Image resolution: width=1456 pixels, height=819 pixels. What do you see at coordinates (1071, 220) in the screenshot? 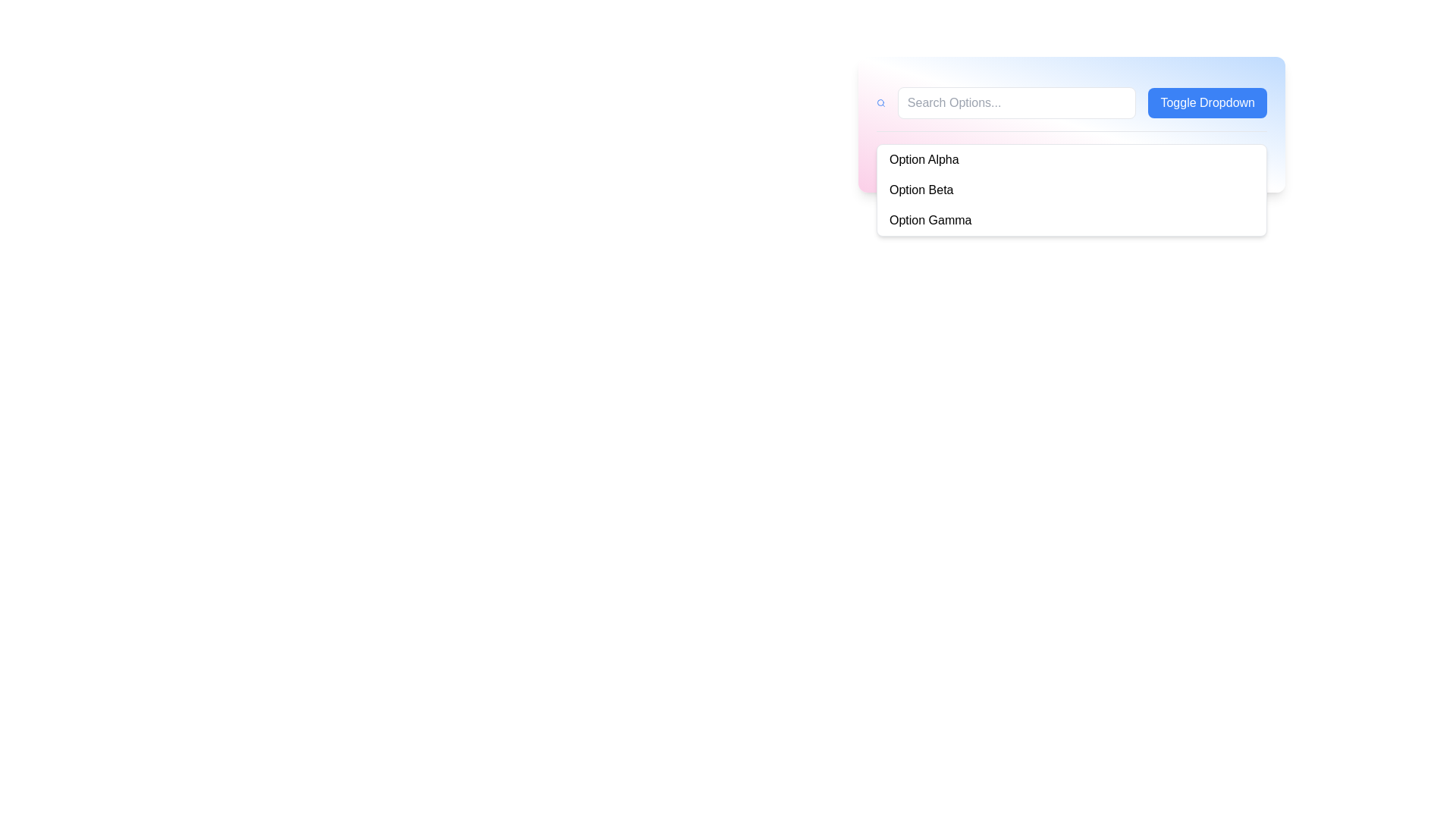
I see `the interactive button in the dropdown menu that selects 'Option Gamma'` at bounding box center [1071, 220].